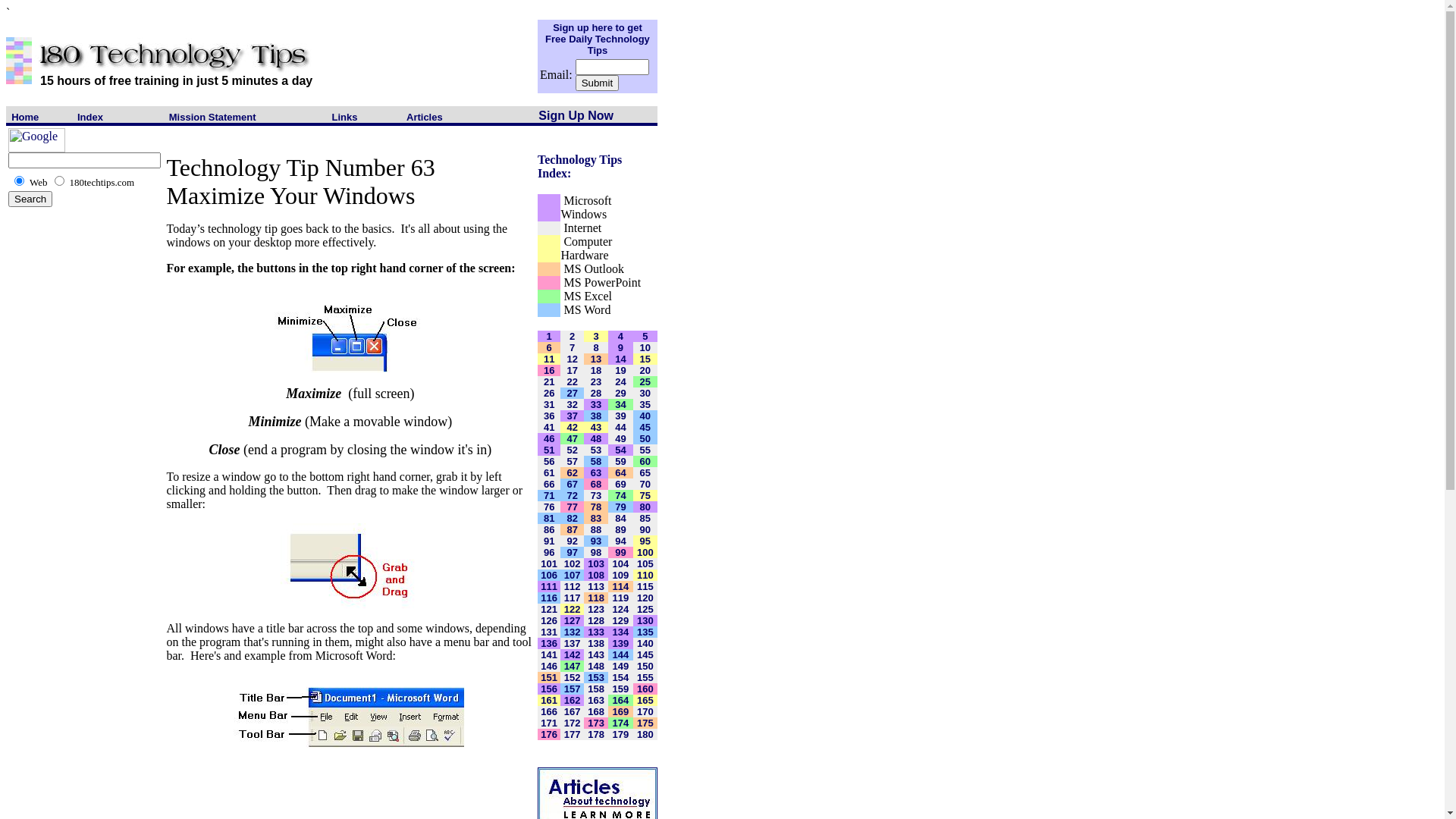 The width and height of the screenshot is (1456, 819). What do you see at coordinates (563, 676) in the screenshot?
I see `'152'` at bounding box center [563, 676].